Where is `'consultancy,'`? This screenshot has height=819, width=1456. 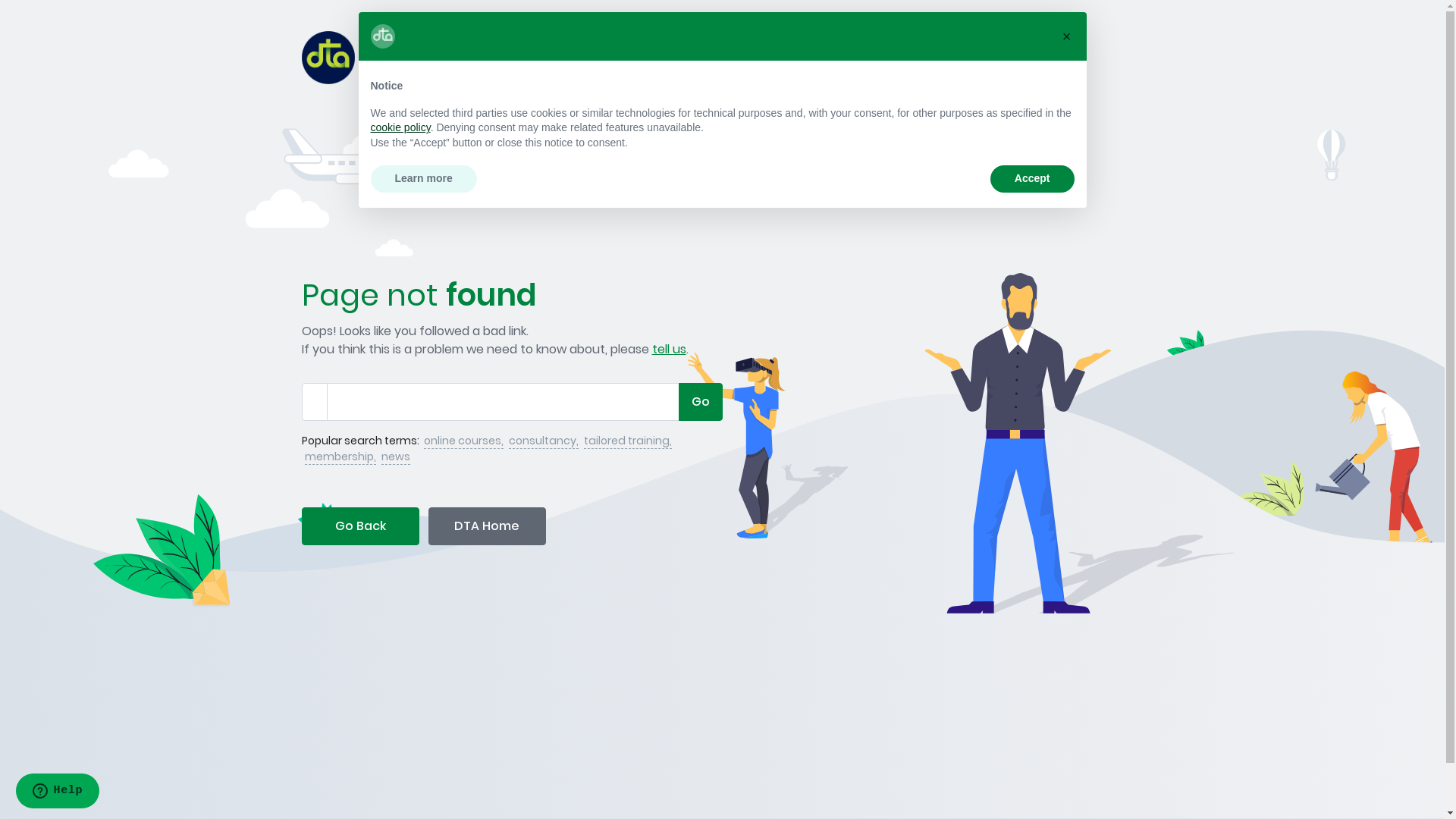 'consultancy,' is located at coordinates (542, 441).